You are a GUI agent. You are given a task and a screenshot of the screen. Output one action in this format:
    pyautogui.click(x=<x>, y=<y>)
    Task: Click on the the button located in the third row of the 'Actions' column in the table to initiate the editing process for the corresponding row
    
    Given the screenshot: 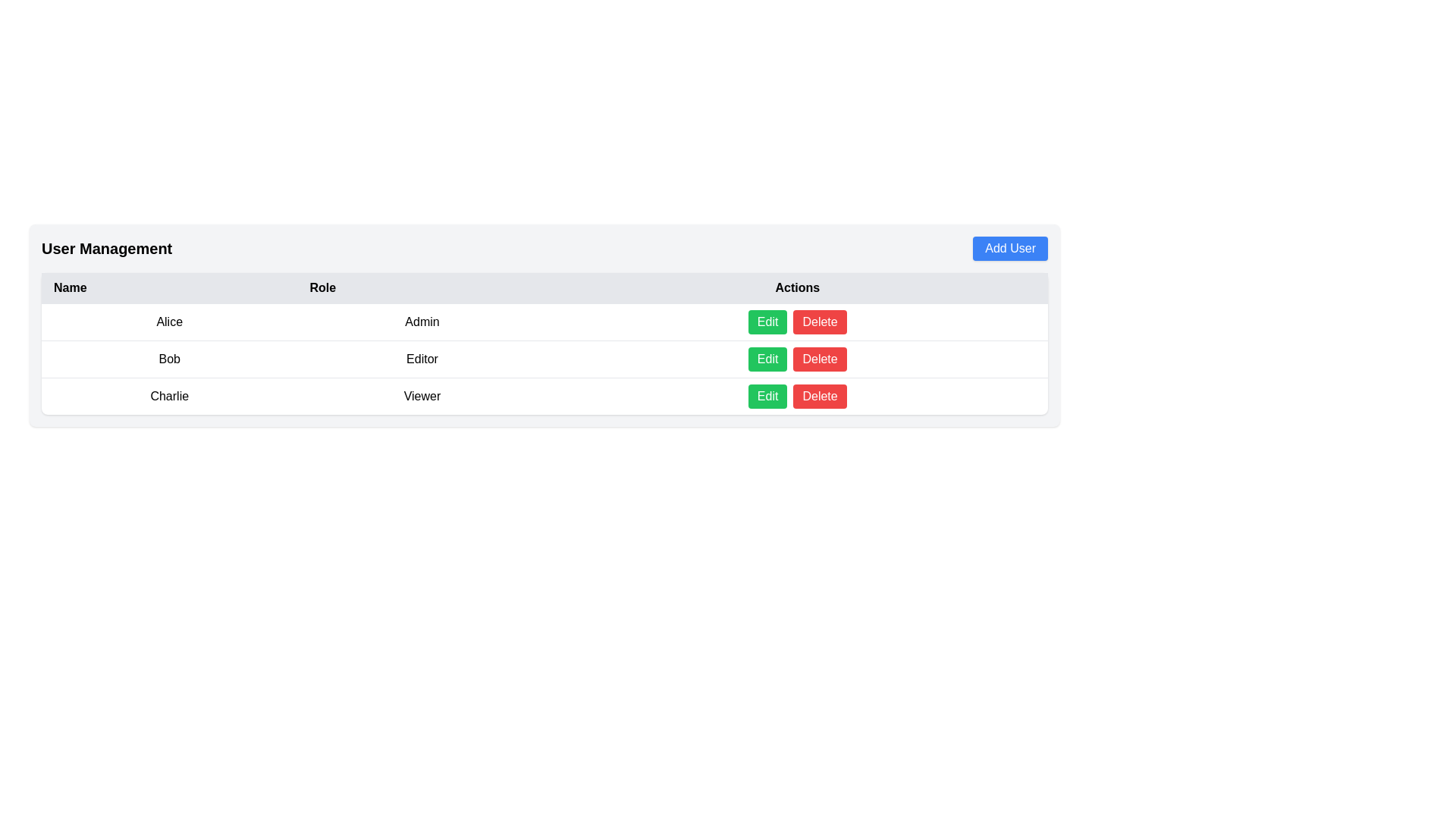 What is the action you would take?
    pyautogui.click(x=767, y=396)
    